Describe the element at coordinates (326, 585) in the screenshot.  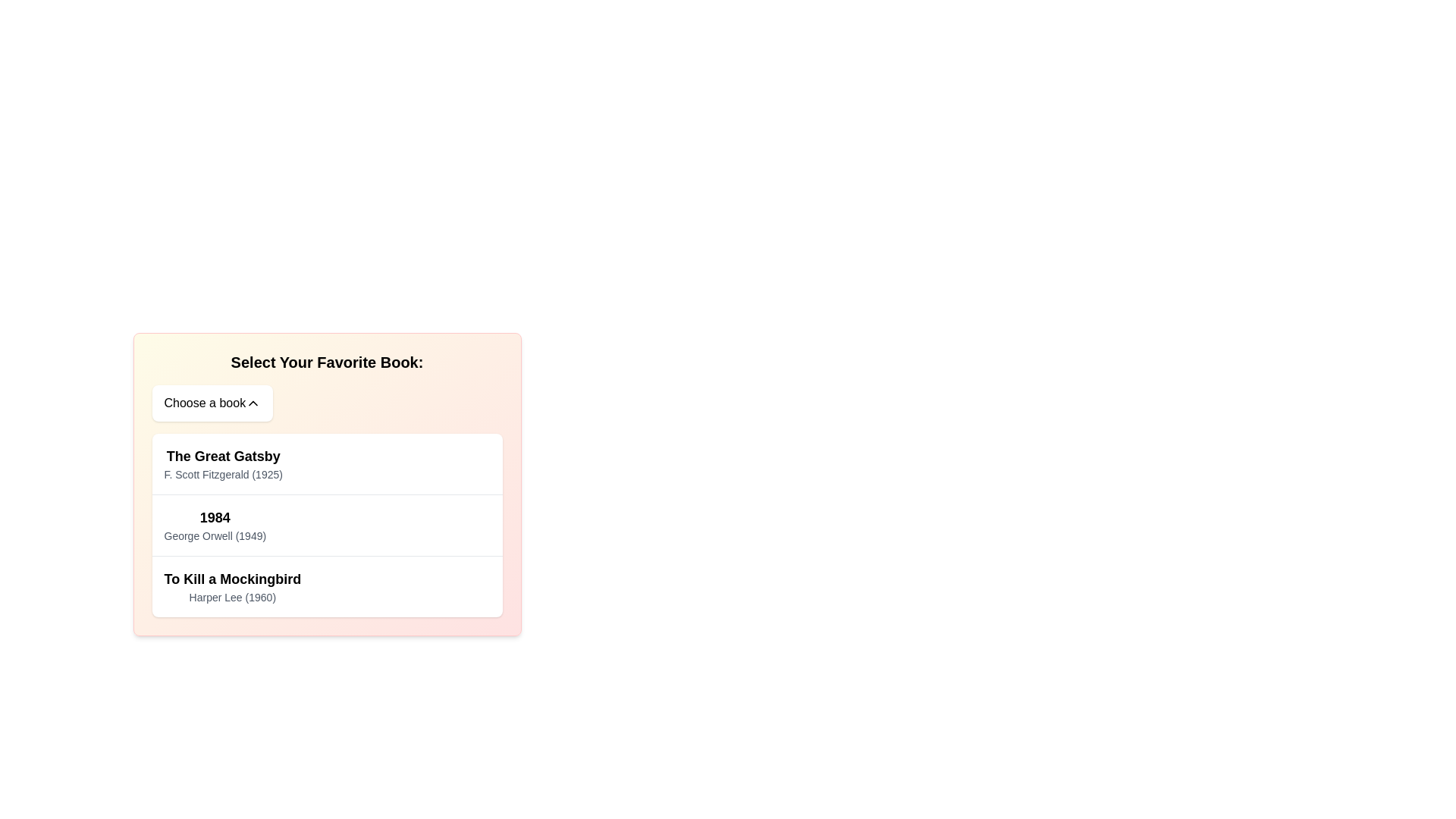
I see `the list item for the book 'To Kill a Mockingbird'` at that location.